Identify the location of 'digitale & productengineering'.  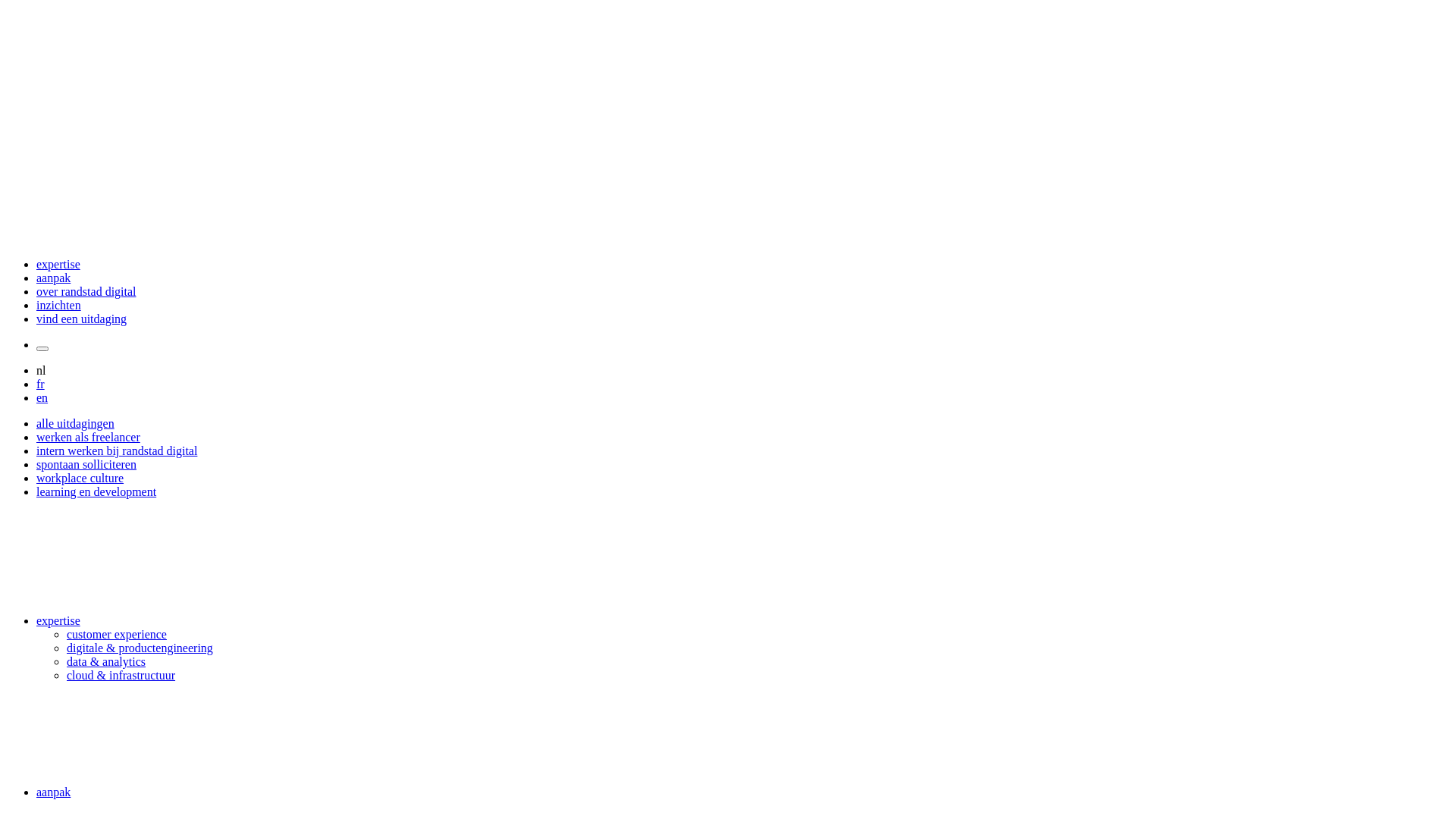
(65, 648).